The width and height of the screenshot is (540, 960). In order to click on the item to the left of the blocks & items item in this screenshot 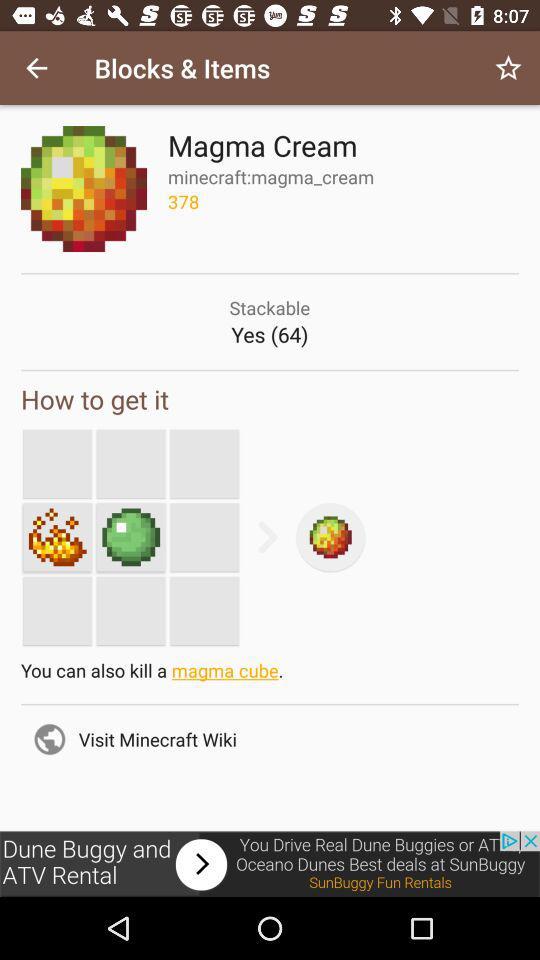, I will do `click(36, 68)`.